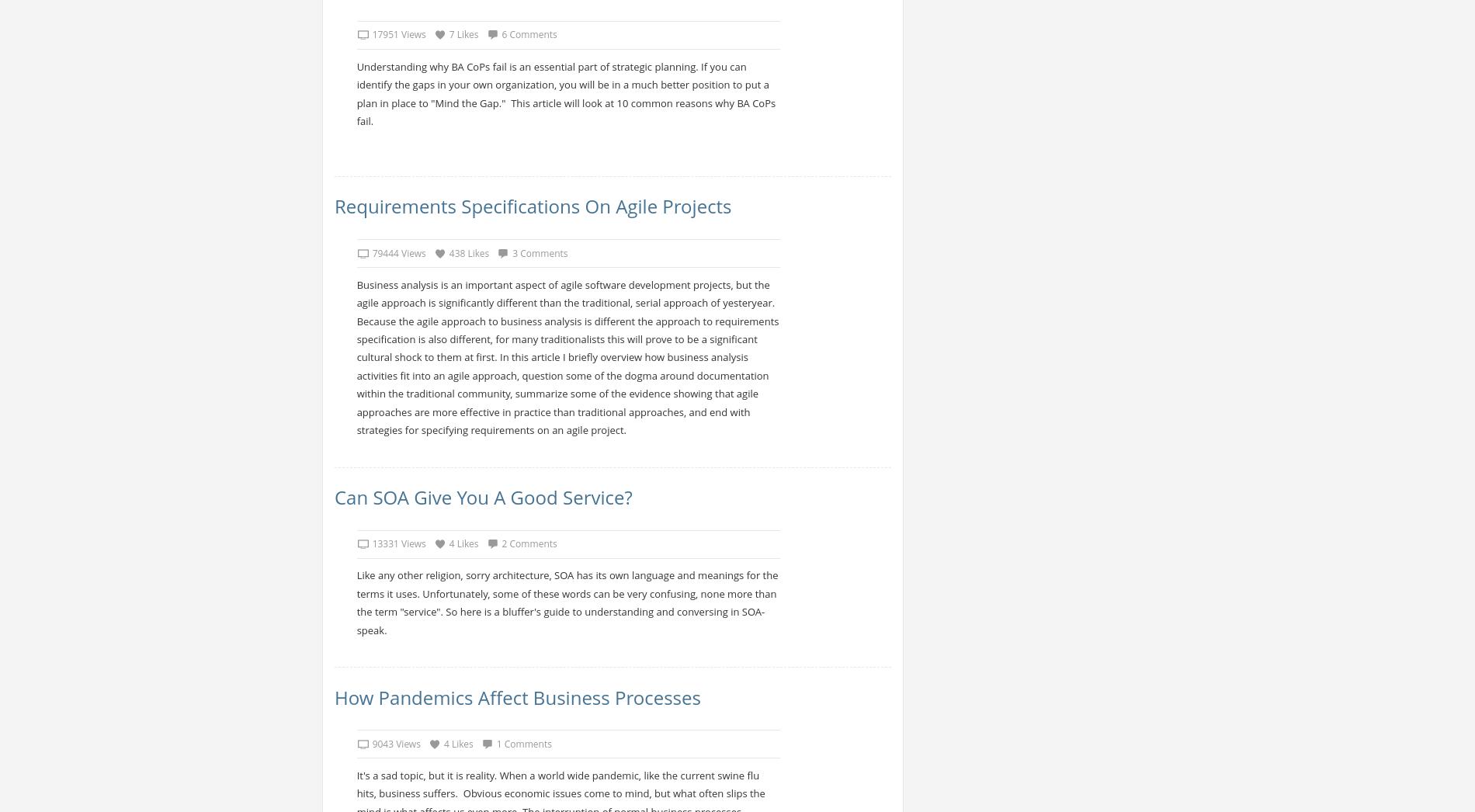  I want to click on '6 Comments', so click(501, 33).